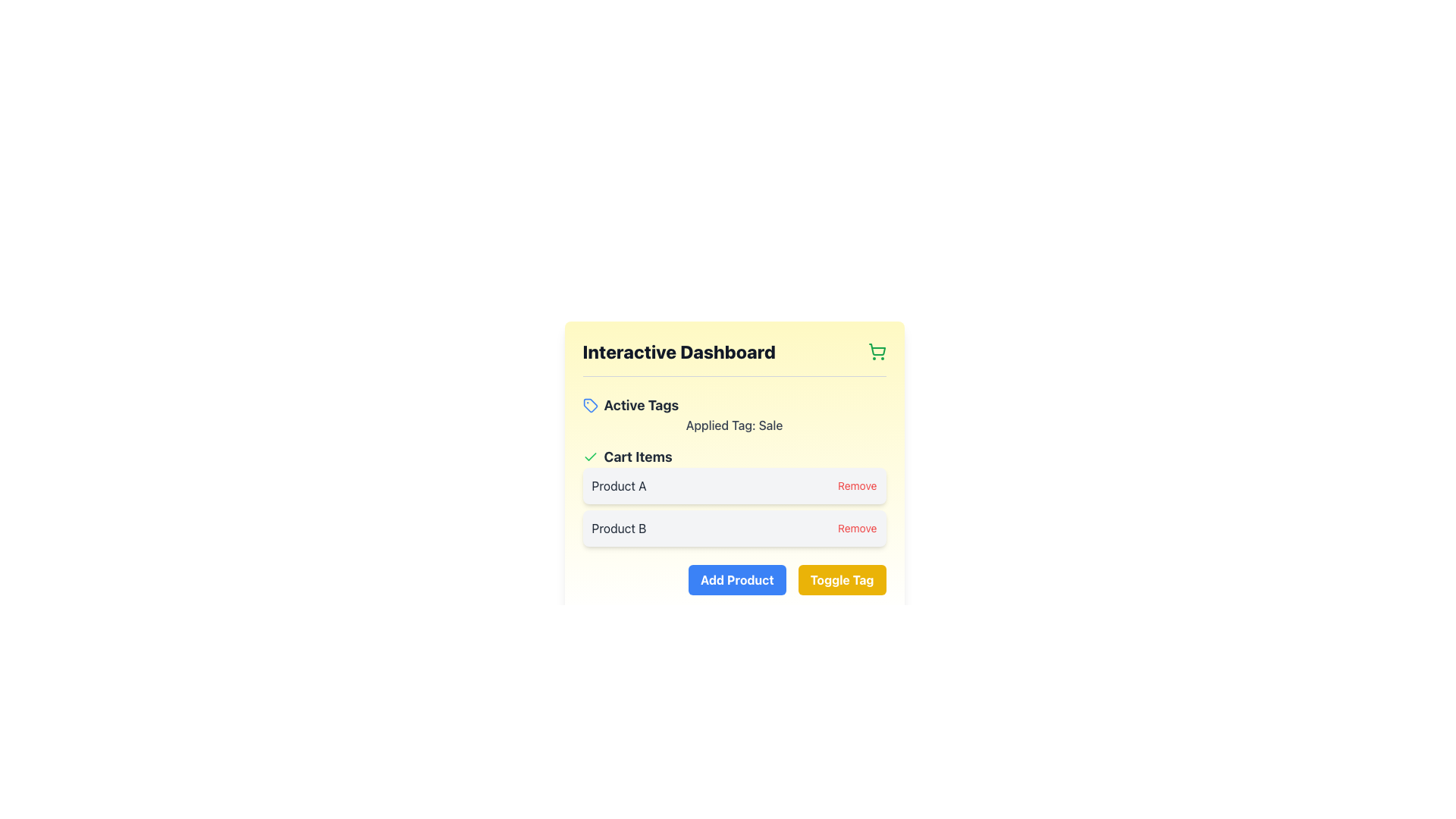  Describe the element at coordinates (589, 456) in the screenshot. I see `the icon indicating completion or selection of the 'Cart Items' section, located to the far left of the 'Cart Items' text in the header section` at that location.